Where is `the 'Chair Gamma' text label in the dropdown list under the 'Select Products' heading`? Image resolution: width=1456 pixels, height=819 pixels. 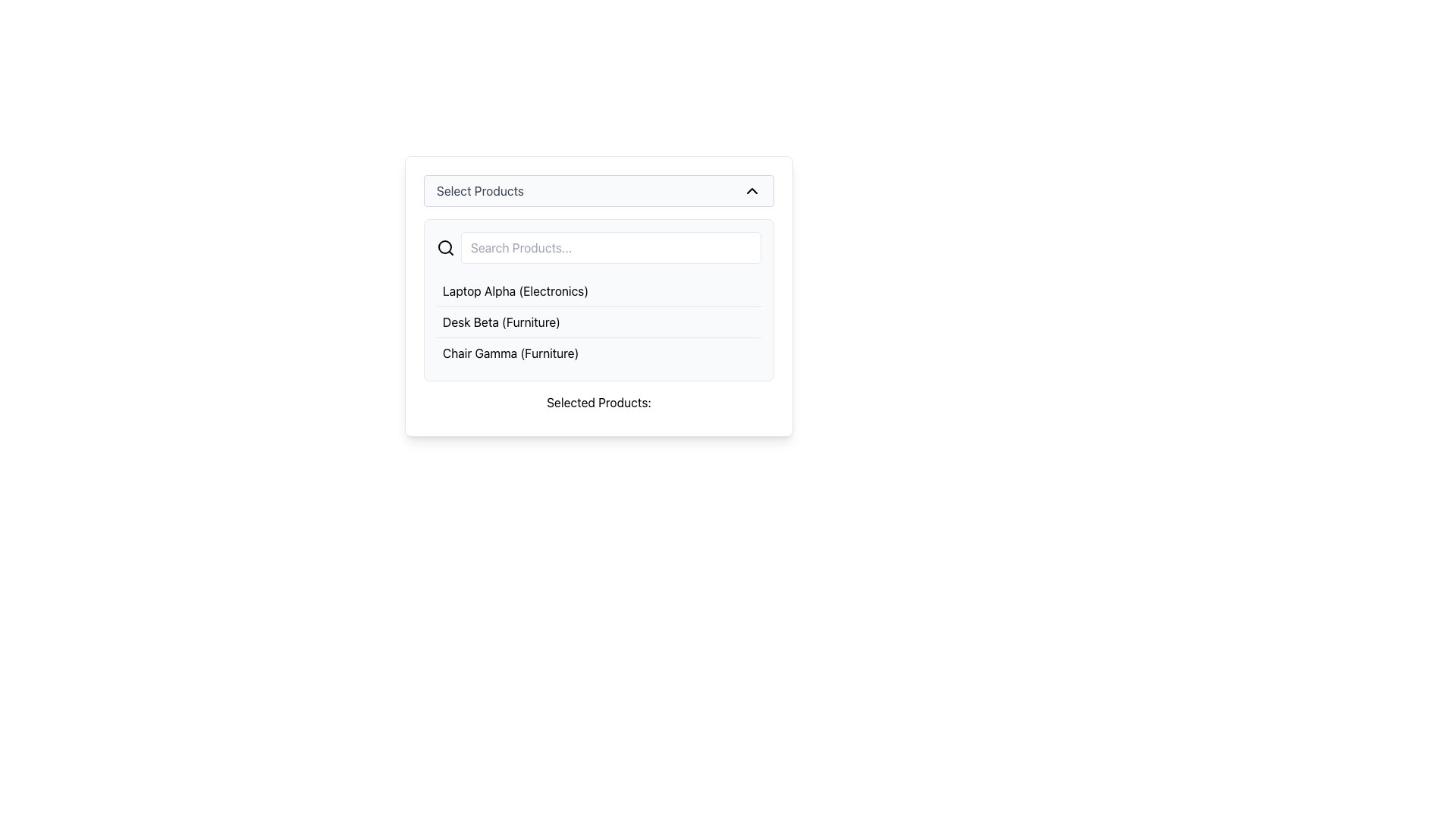
the 'Chair Gamma' text label in the dropdown list under the 'Select Products' heading is located at coordinates (510, 353).